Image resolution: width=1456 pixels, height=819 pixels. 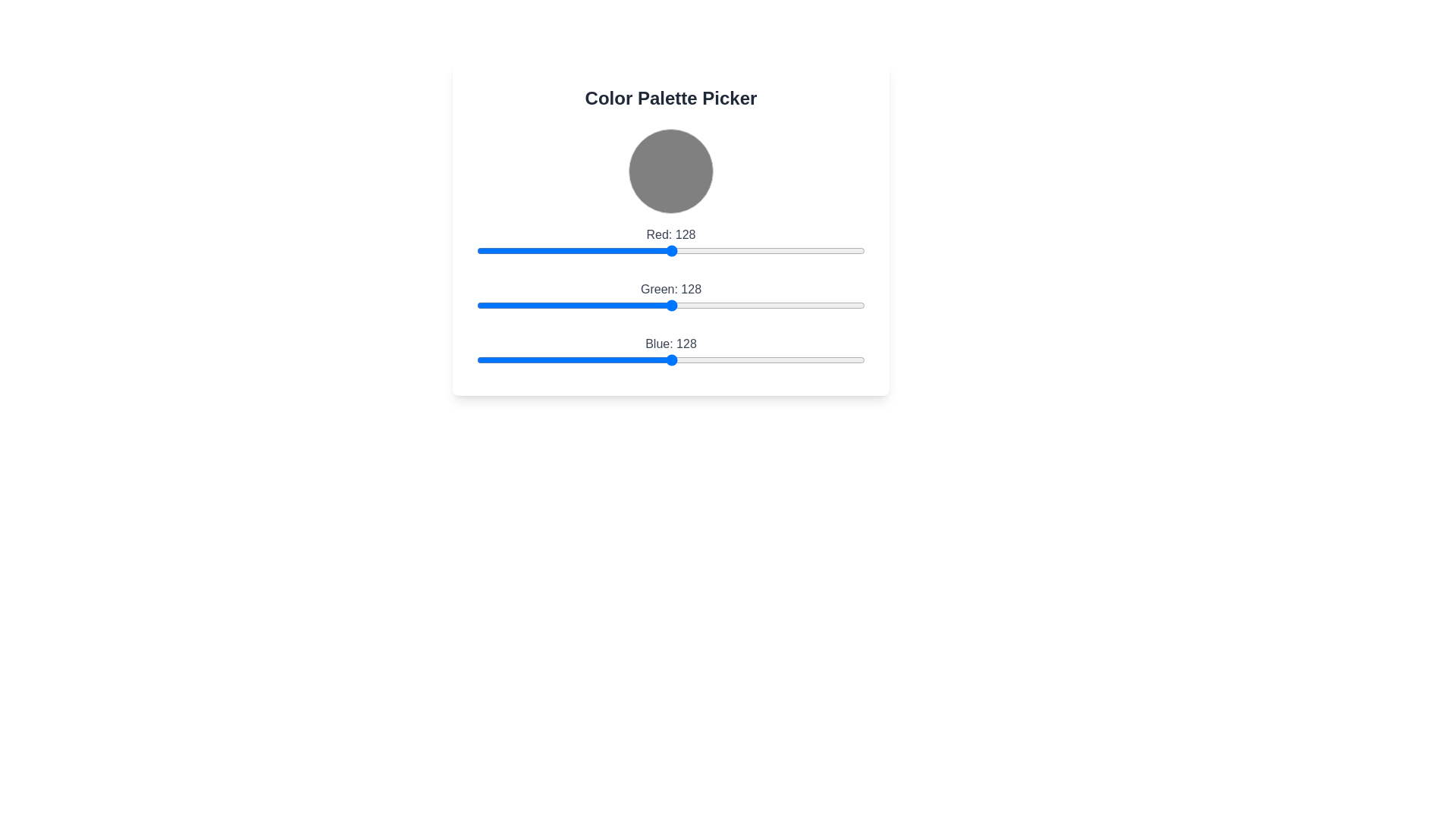 What do you see at coordinates (521, 250) in the screenshot?
I see `the red color component` at bounding box center [521, 250].